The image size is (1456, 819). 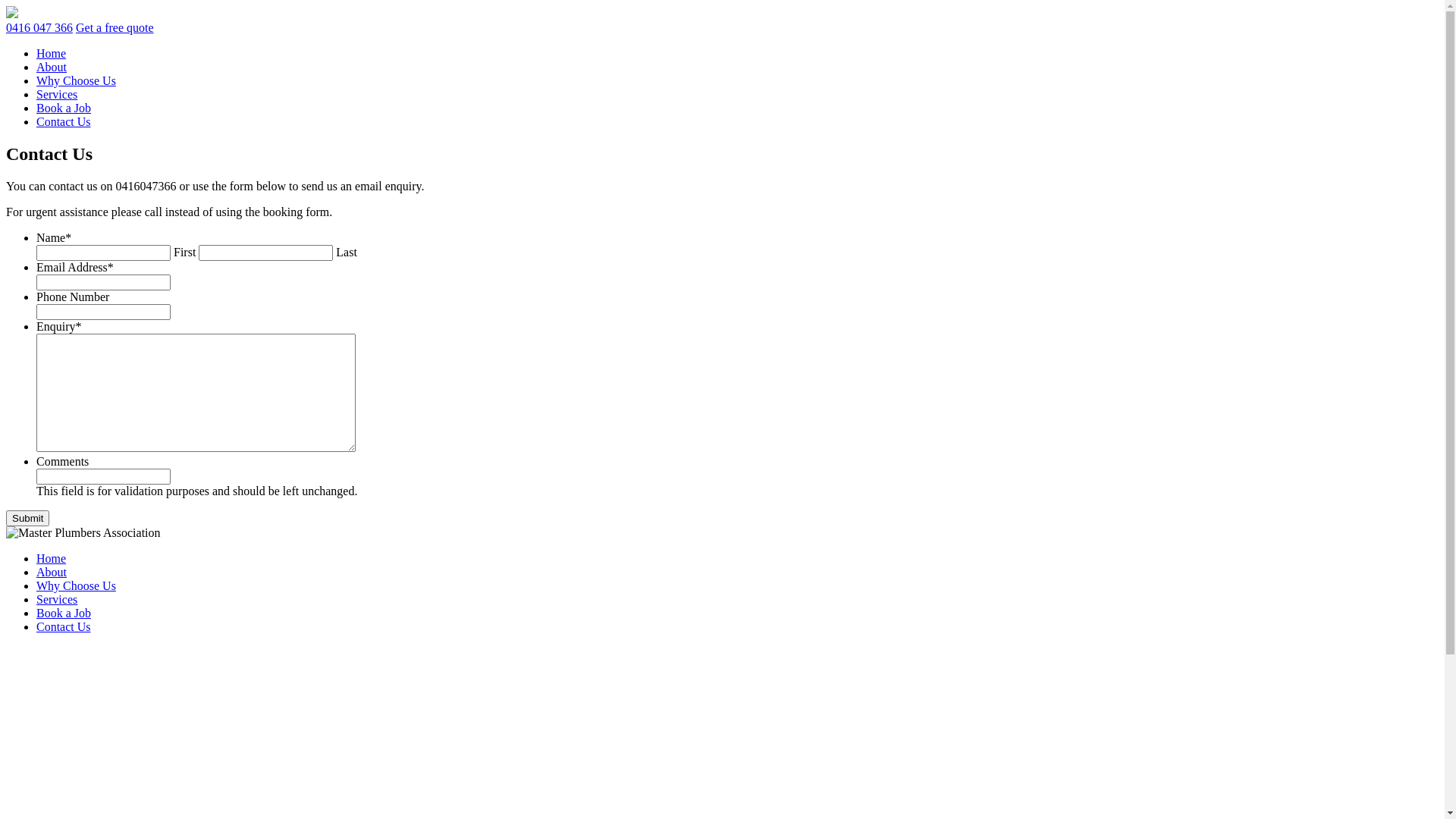 I want to click on '0416 047 366', so click(x=39, y=27).